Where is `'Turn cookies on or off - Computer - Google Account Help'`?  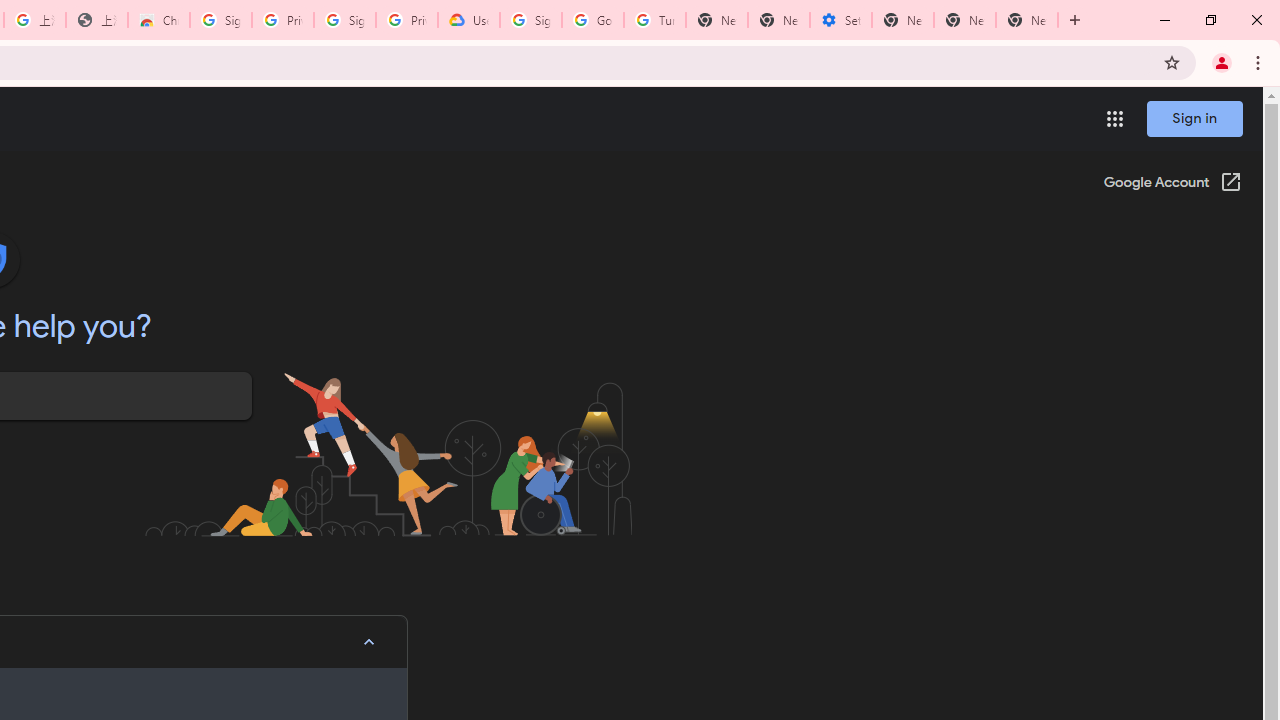 'Turn cookies on or off - Computer - Google Account Help' is located at coordinates (654, 20).